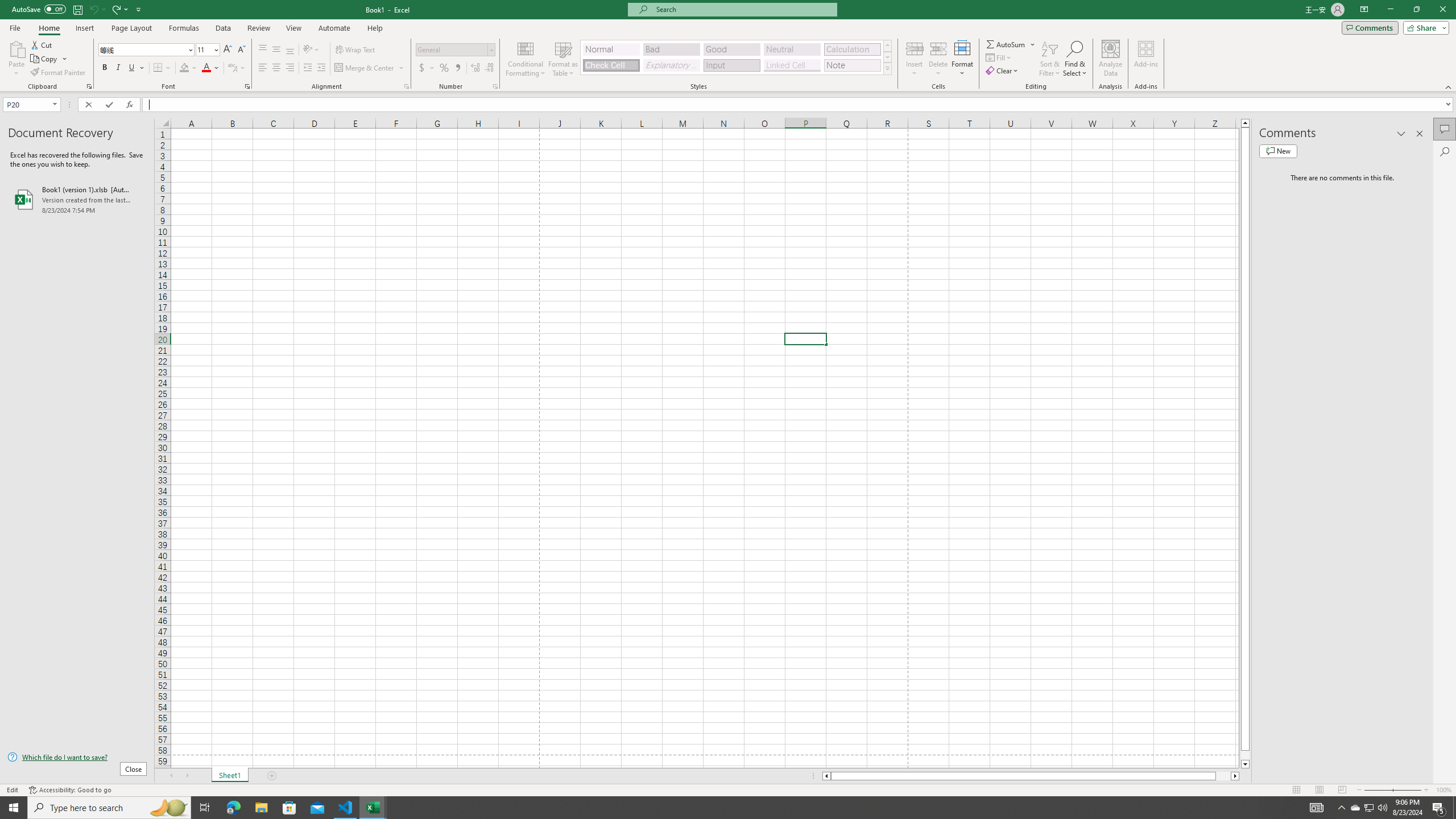 Image resolution: width=1456 pixels, height=819 pixels. Describe the element at coordinates (88, 85) in the screenshot. I see `'Office Clipboard...'` at that location.